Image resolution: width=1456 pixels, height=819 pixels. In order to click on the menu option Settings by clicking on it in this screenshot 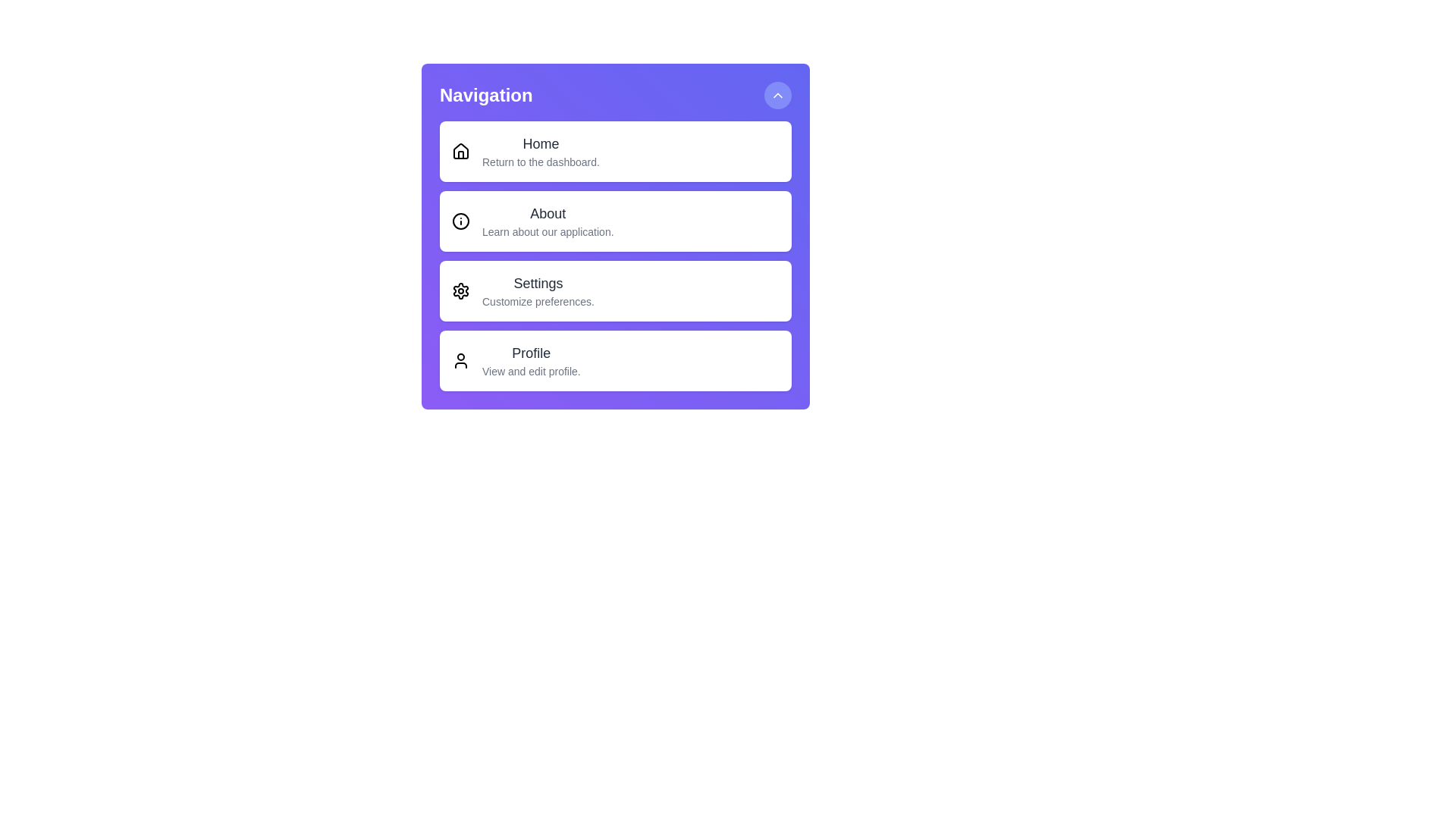, I will do `click(615, 291)`.